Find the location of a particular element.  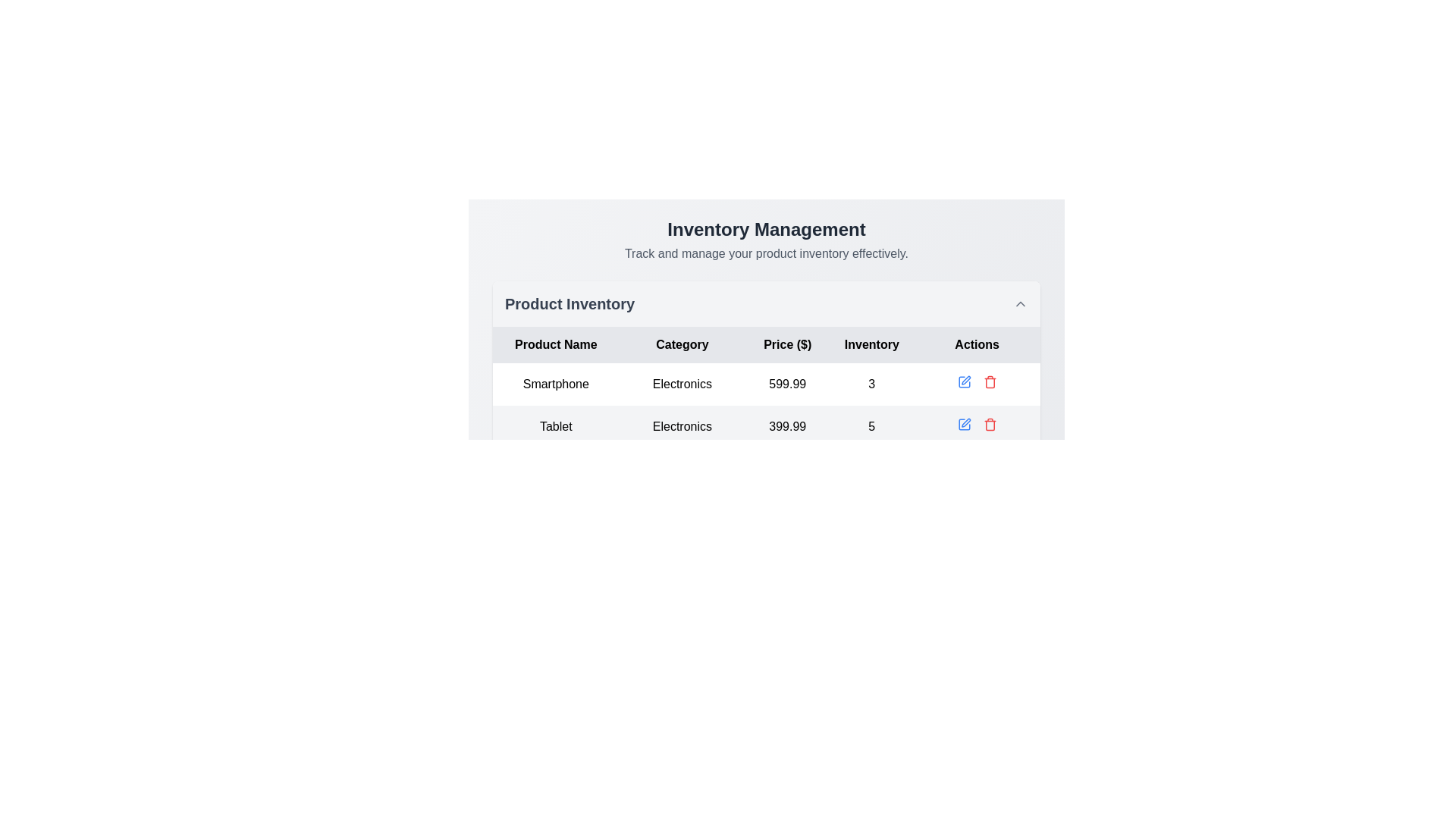

the price text indicating the cost of the product 'Tablet' in the inventory table, located in the second row under the 'Price ($)' column is located at coordinates (787, 427).